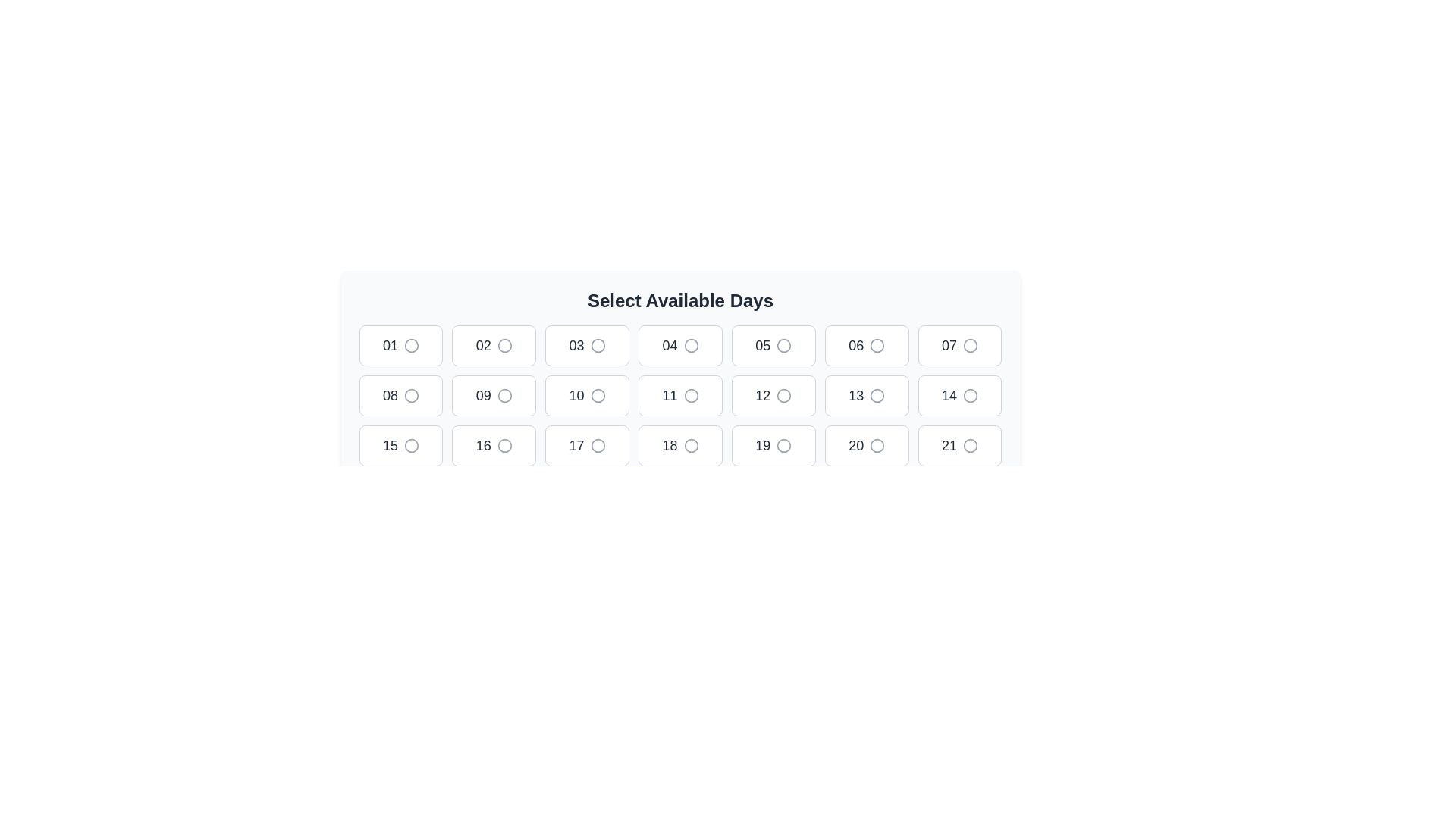 The image size is (1456, 819). What do you see at coordinates (576, 394) in the screenshot?
I see `the text label '10' within the button that is the fifth element in the second row of a grid layout, styled in bold dark gray font` at bounding box center [576, 394].